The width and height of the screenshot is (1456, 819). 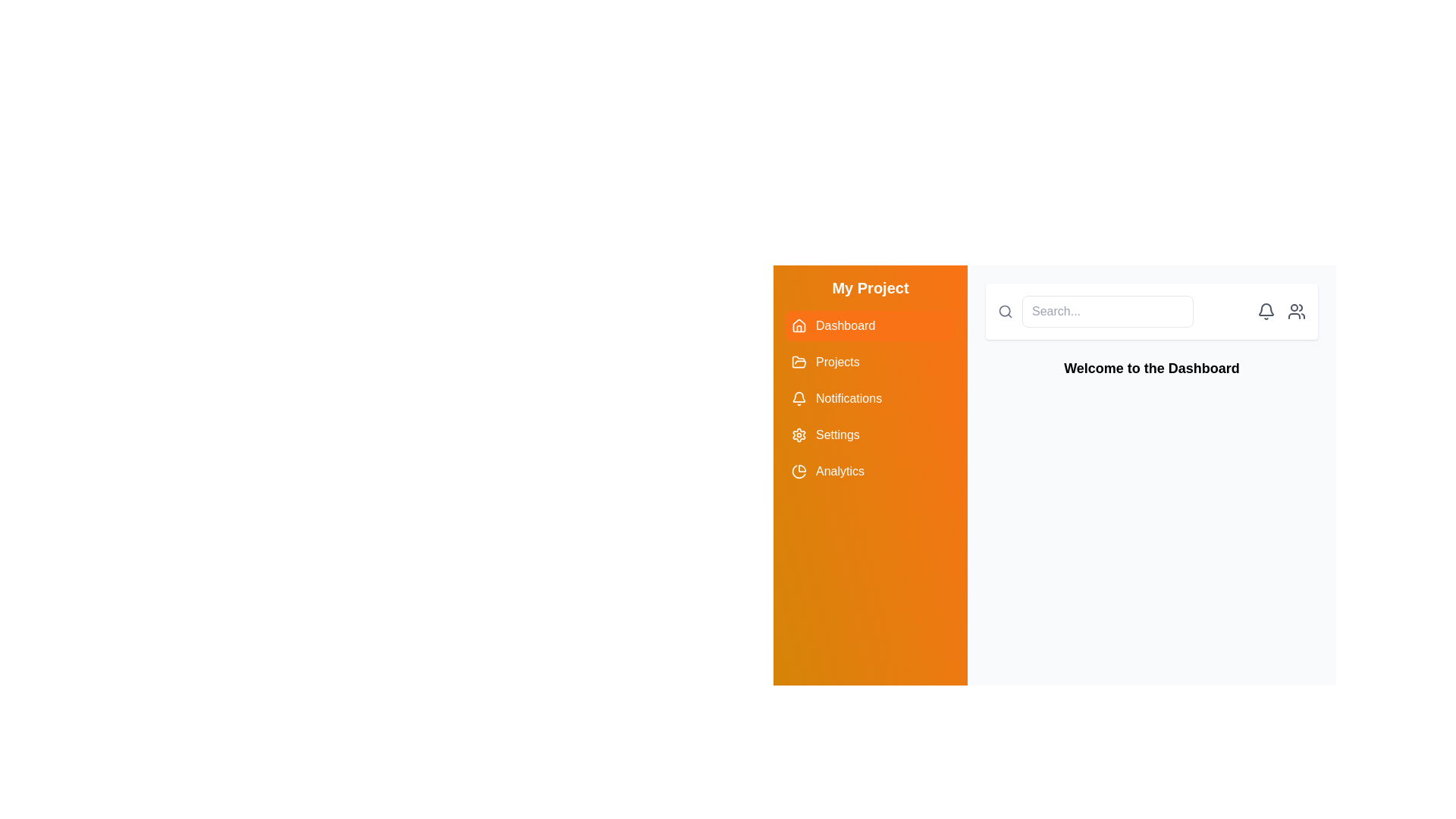 I want to click on the 'Projects' button, so click(x=870, y=362).